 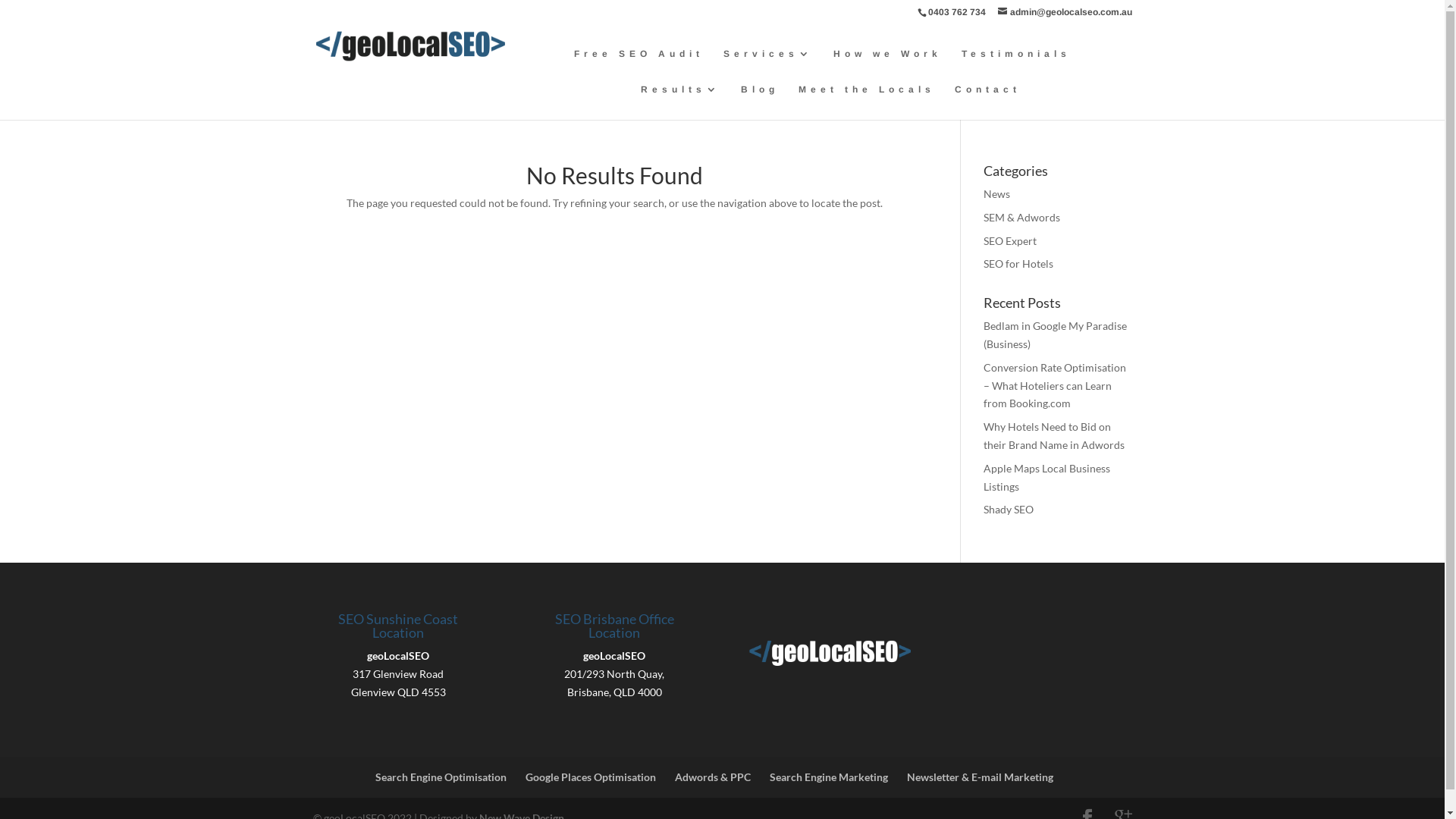 What do you see at coordinates (760, 102) in the screenshot?
I see `'Blog'` at bounding box center [760, 102].